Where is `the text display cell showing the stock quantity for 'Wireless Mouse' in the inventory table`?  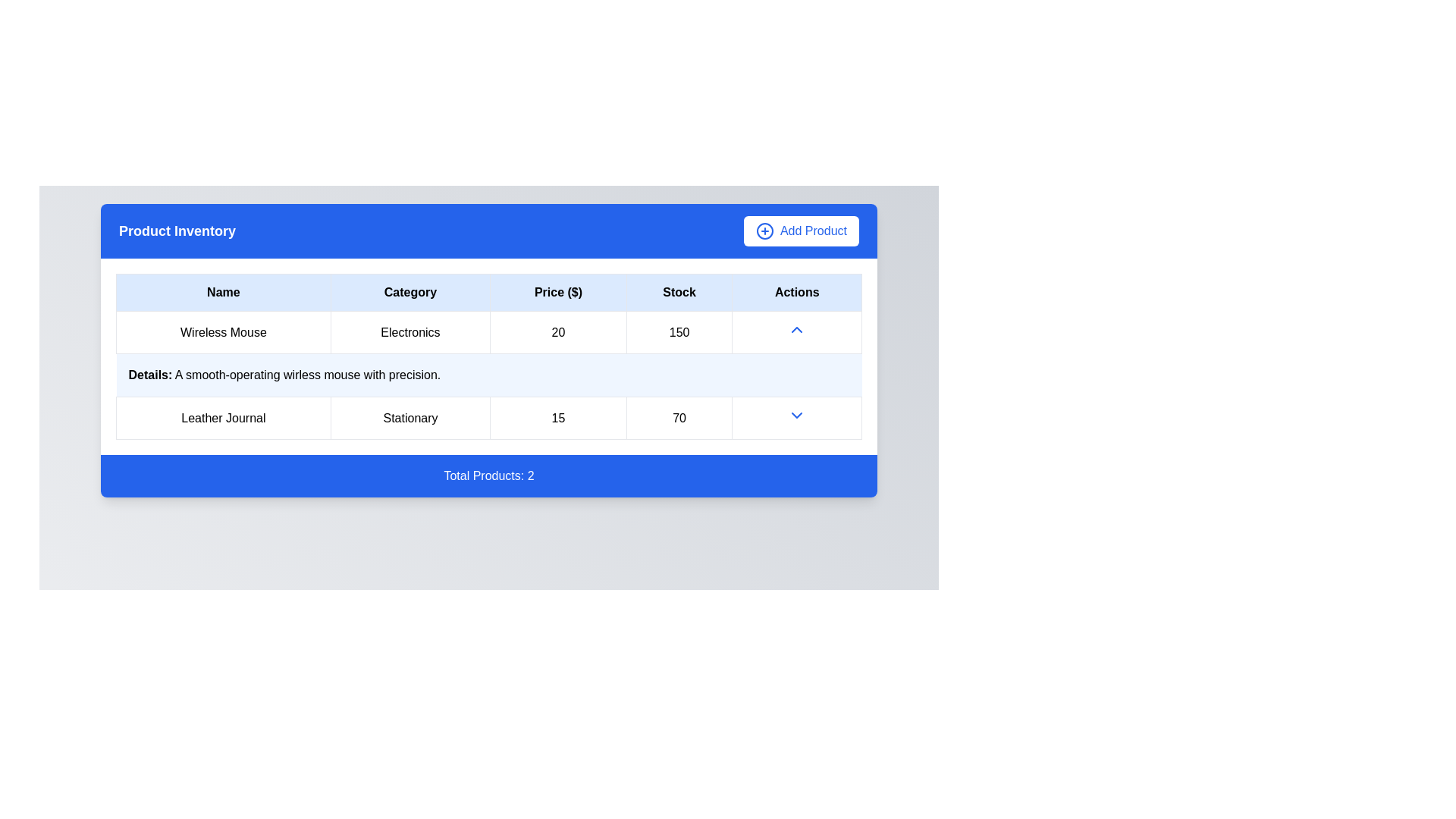
the text display cell showing the stock quantity for 'Wireless Mouse' in the inventory table is located at coordinates (679, 331).